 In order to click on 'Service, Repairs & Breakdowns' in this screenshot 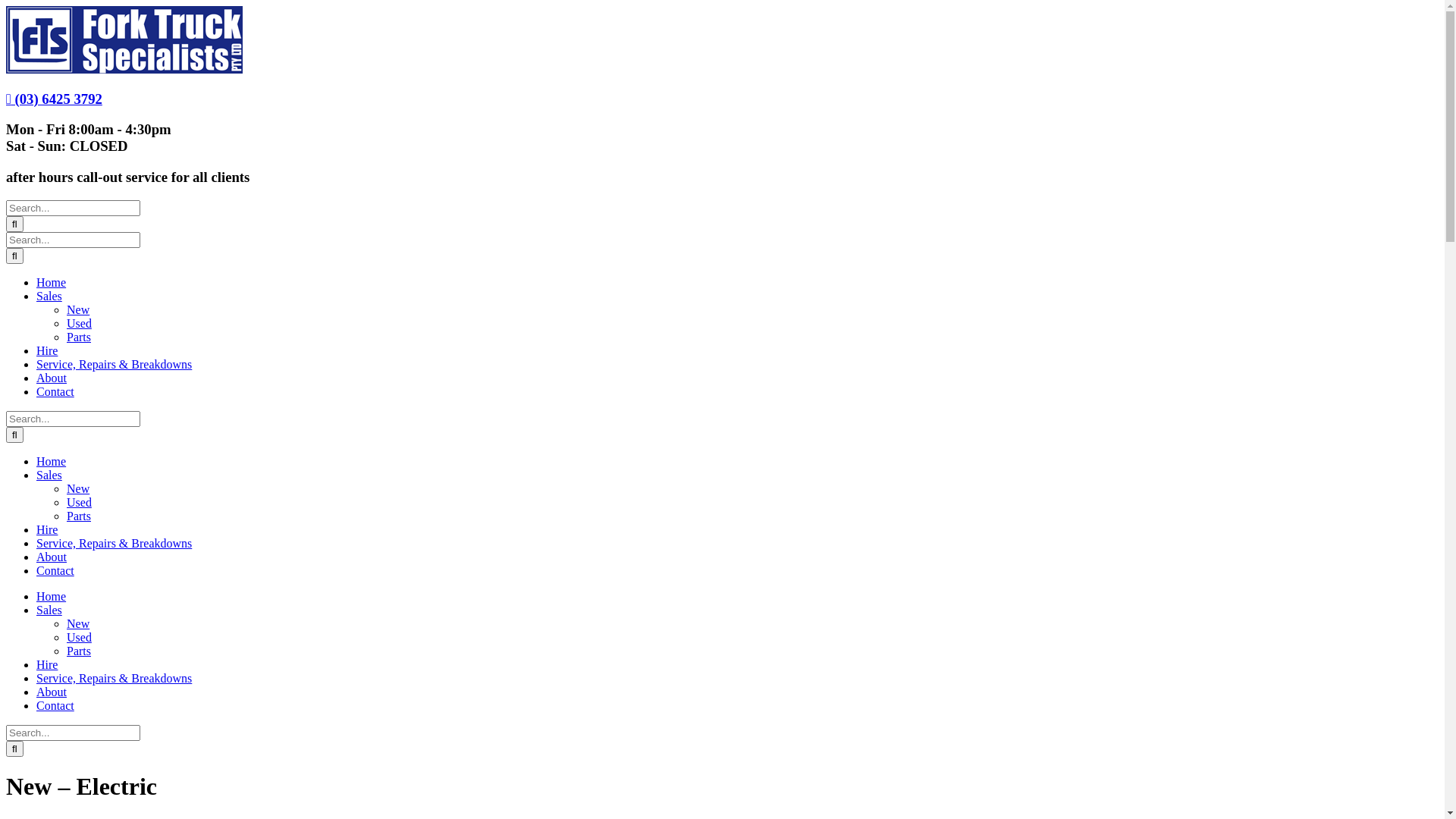, I will do `click(113, 677)`.